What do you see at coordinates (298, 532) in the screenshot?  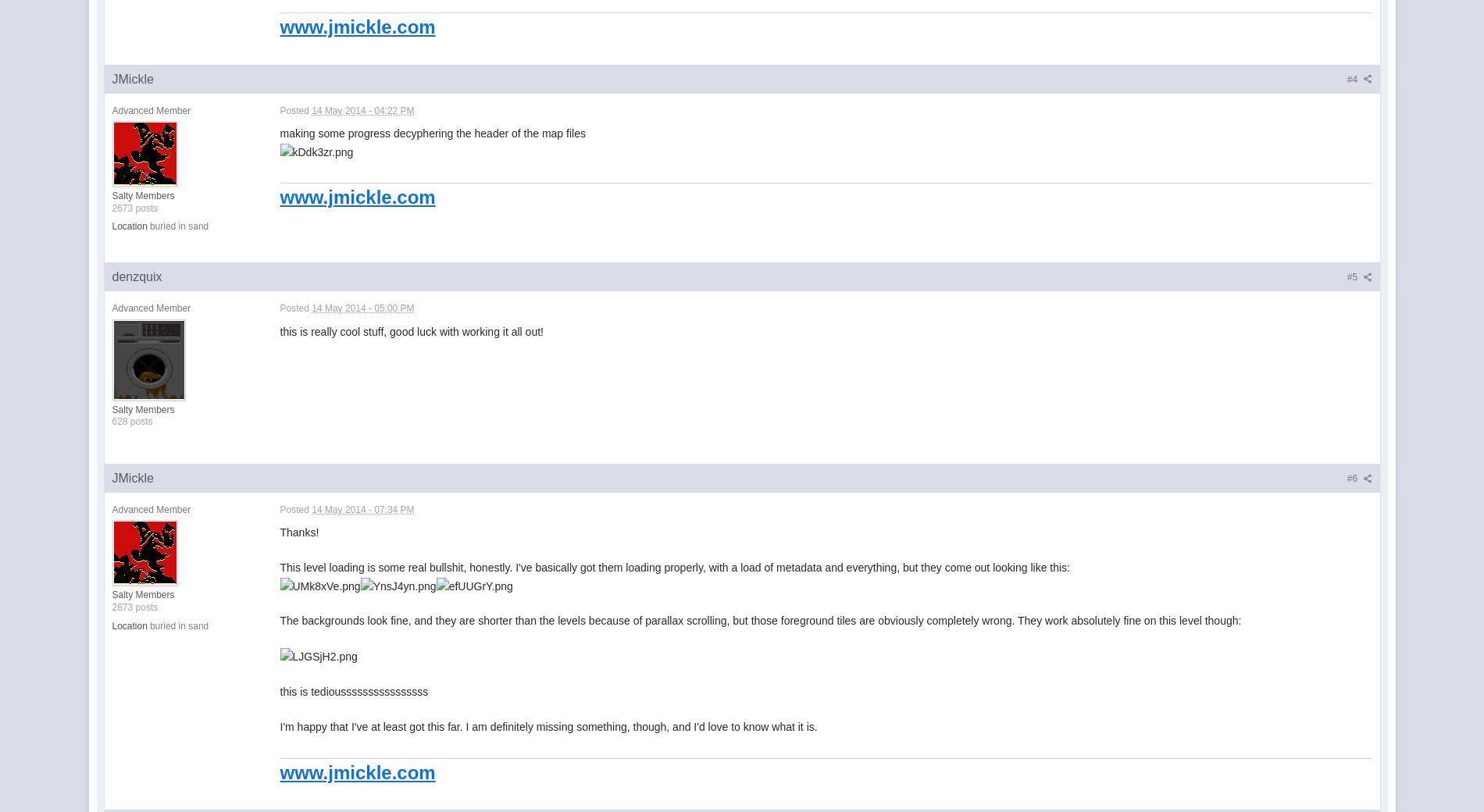 I see `'Thanks!'` at bounding box center [298, 532].